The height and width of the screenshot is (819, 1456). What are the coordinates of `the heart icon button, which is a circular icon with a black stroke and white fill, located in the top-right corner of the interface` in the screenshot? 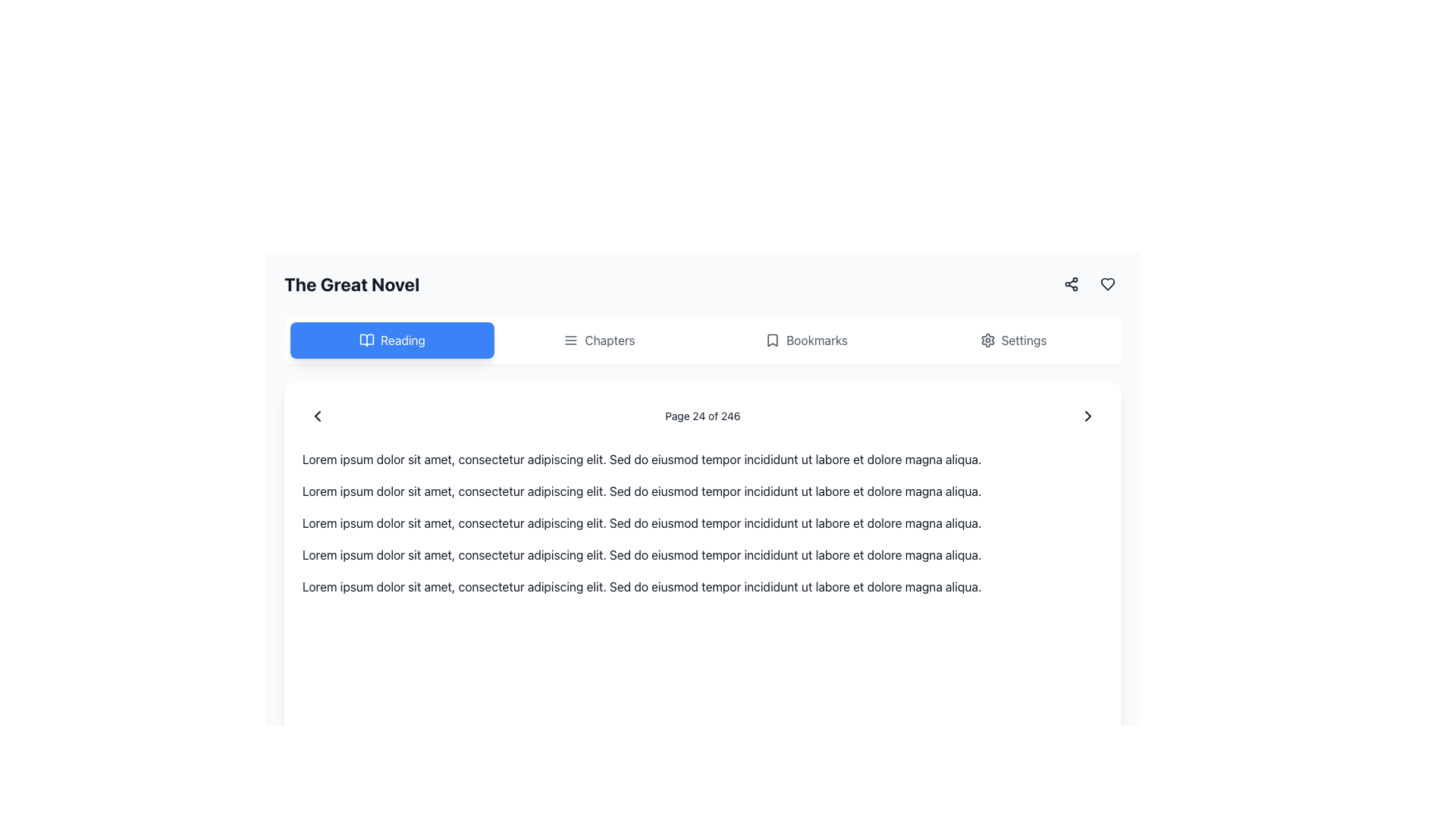 It's located at (1107, 284).